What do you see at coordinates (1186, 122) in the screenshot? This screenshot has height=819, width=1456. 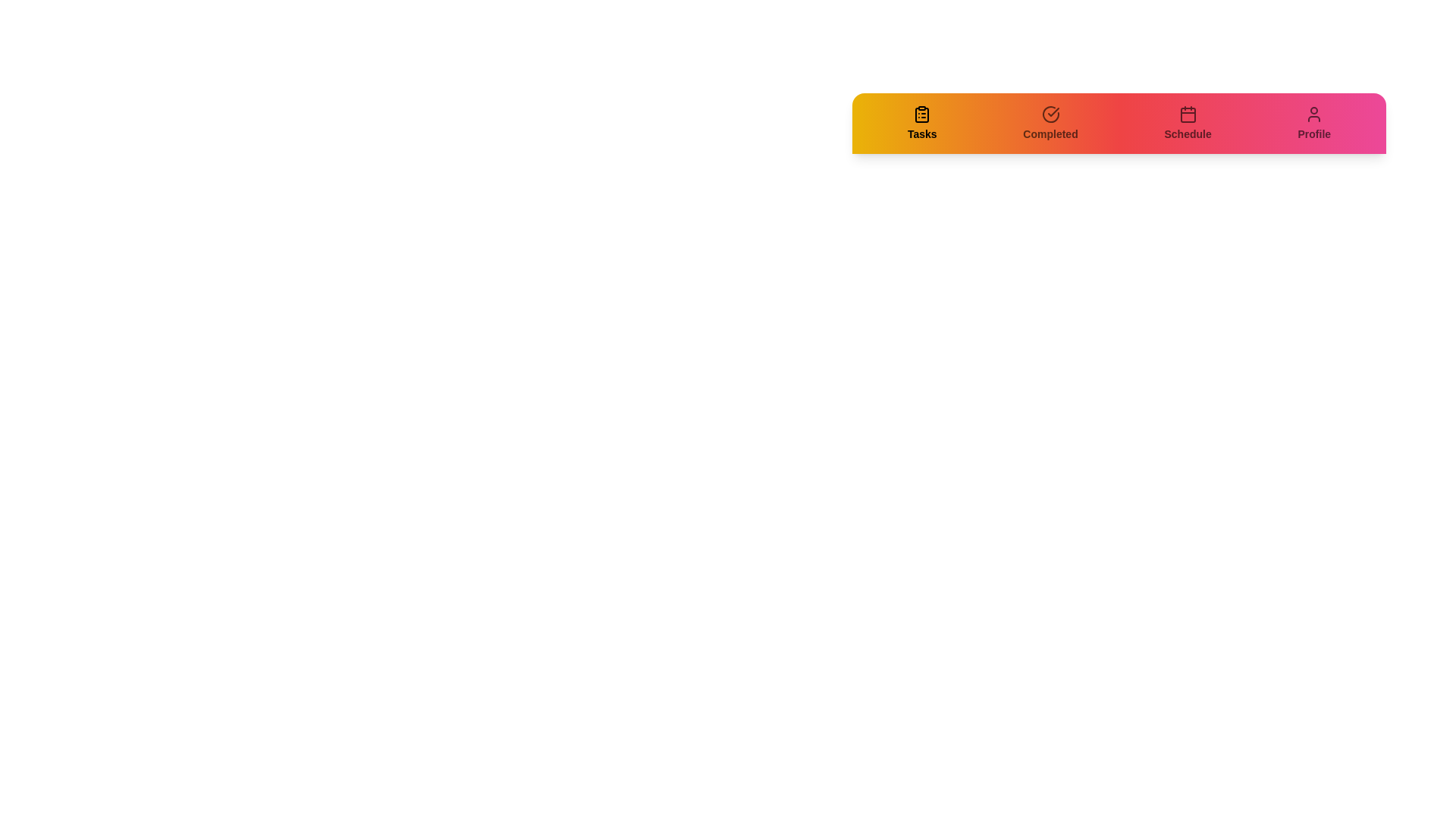 I see `the tab labeled Schedule to navigate to its respective section` at bounding box center [1186, 122].